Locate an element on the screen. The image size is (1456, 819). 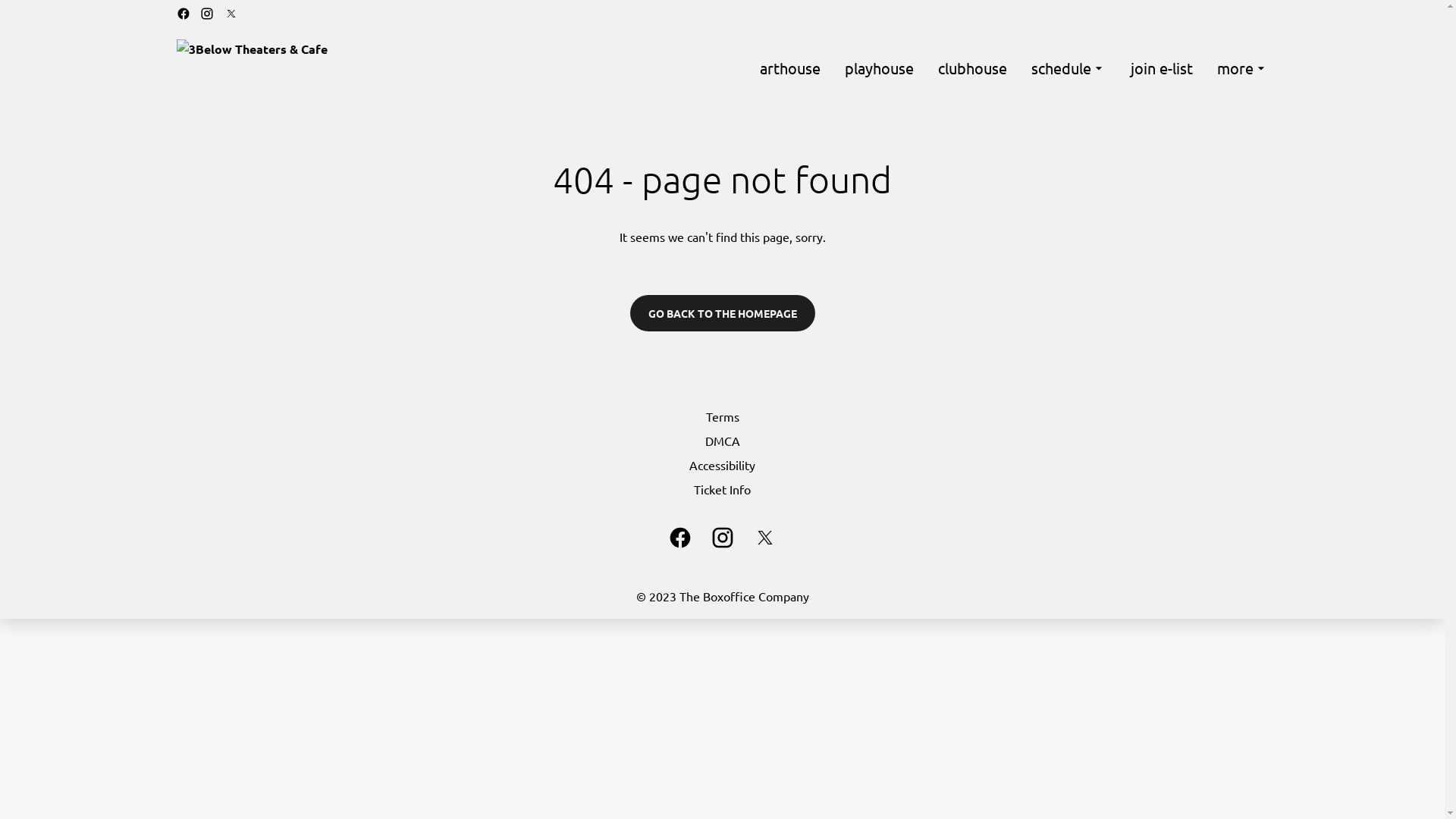
'GO BACK TO THE HOMEPAGE' is located at coordinates (720, 312).